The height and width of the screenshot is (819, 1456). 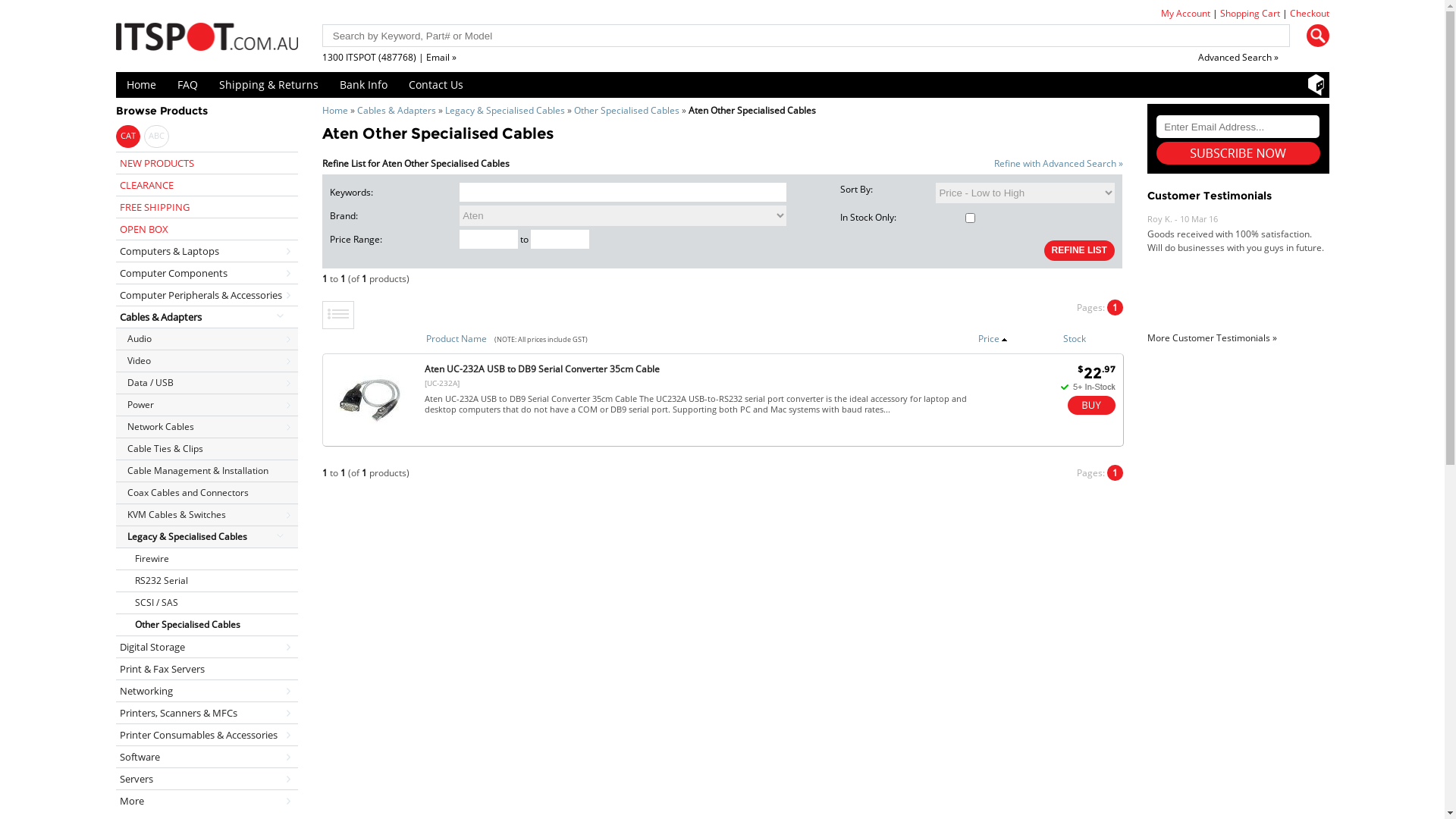 What do you see at coordinates (1219, 14) in the screenshot?
I see `'Shopping Cart'` at bounding box center [1219, 14].